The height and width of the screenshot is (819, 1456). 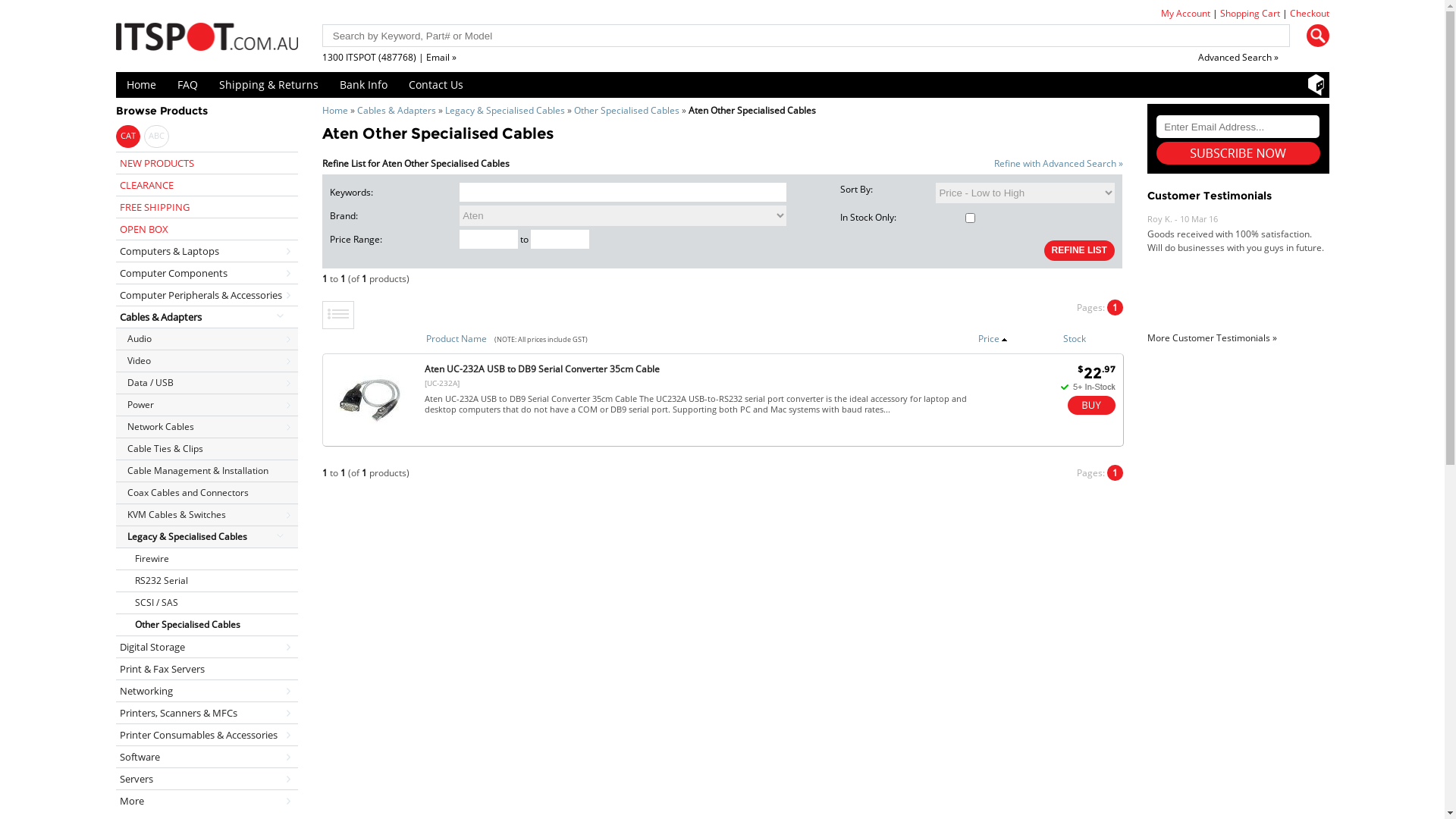 What do you see at coordinates (1219, 14) in the screenshot?
I see `'Shopping Cart'` at bounding box center [1219, 14].